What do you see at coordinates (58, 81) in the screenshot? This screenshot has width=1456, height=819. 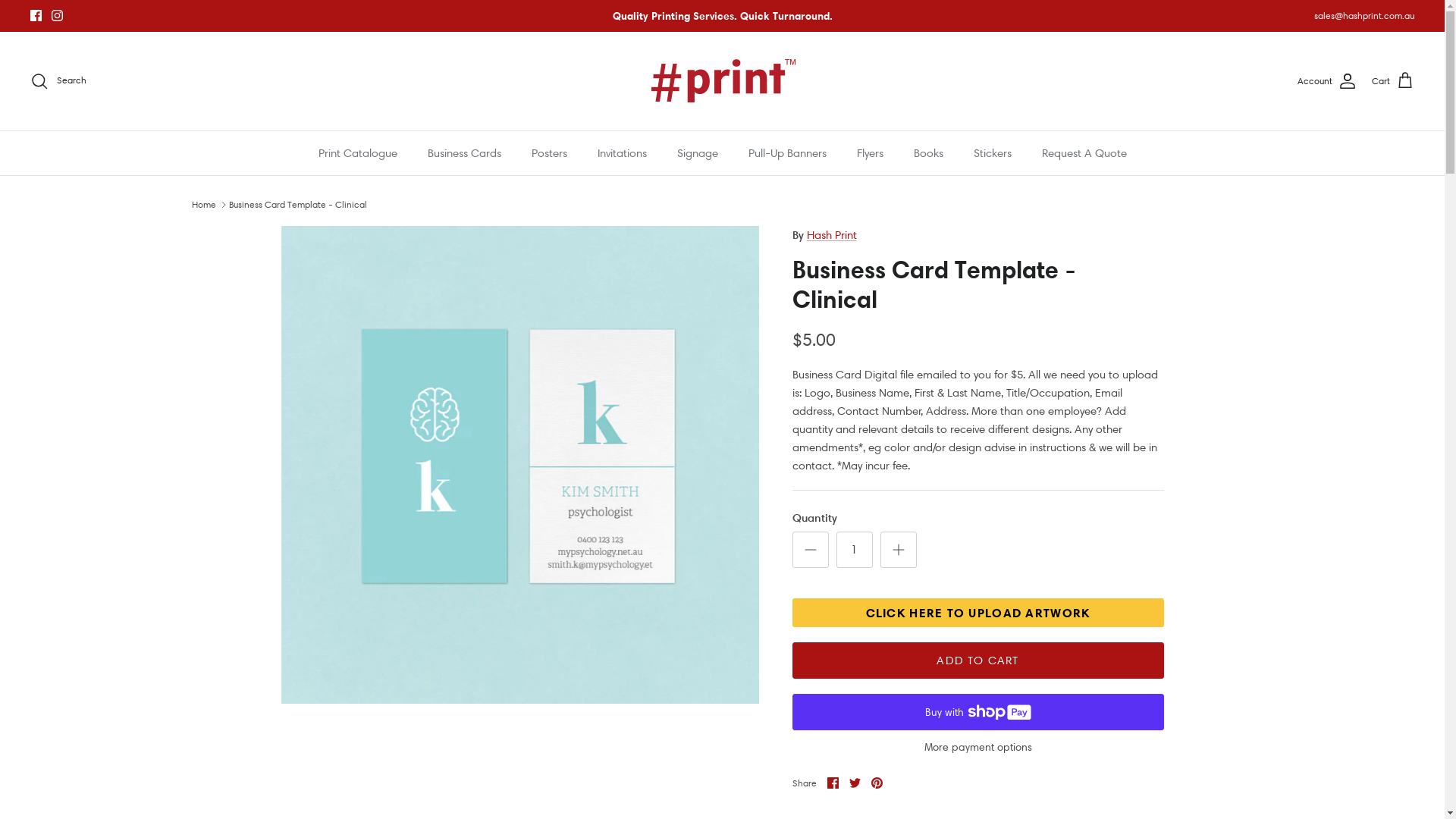 I see `'Search'` at bounding box center [58, 81].